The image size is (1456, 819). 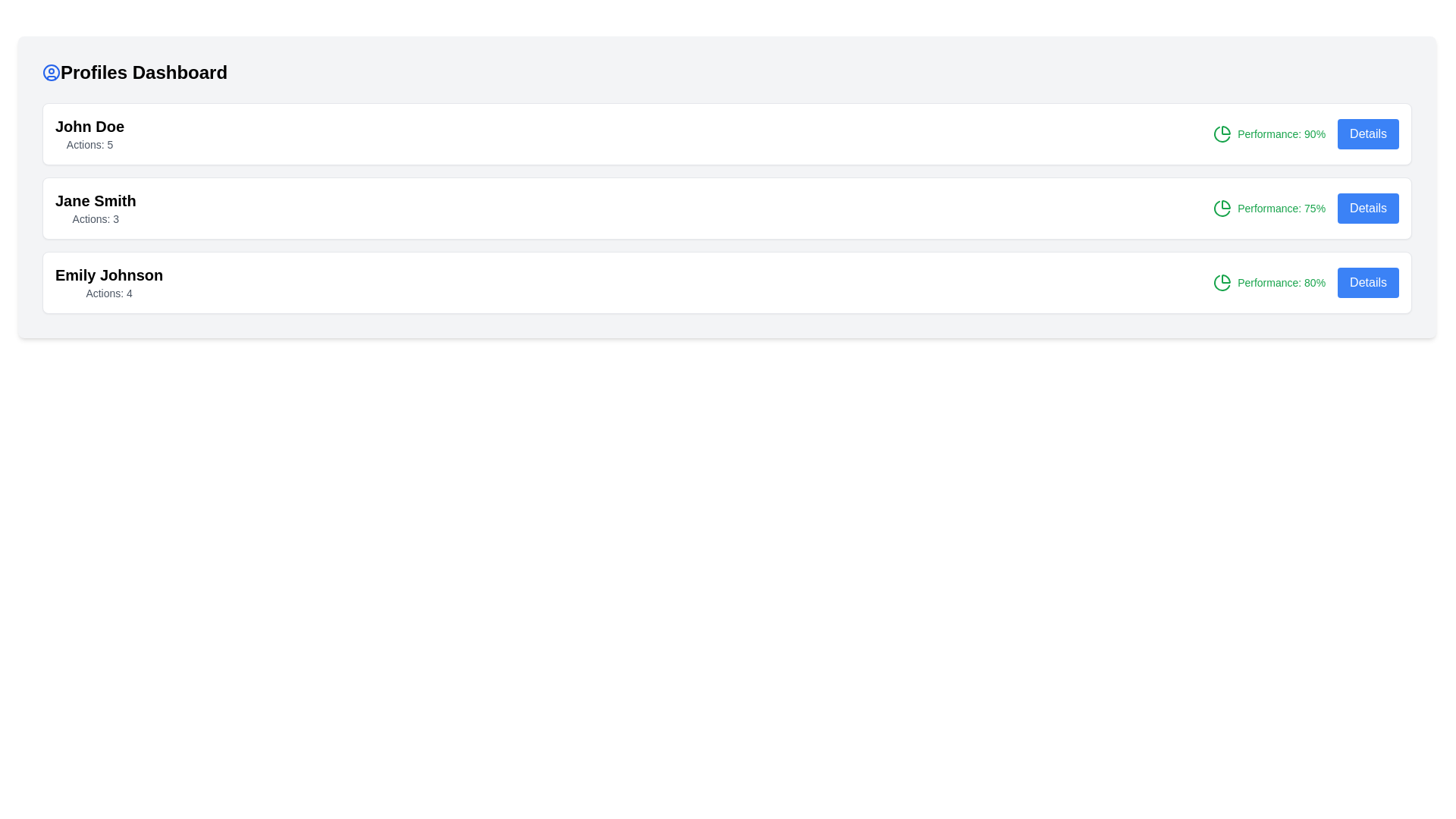 What do you see at coordinates (51, 73) in the screenshot?
I see `the circular blue user icon located to the left of the 'Profiles Dashboard' heading` at bounding box center [51, 73].